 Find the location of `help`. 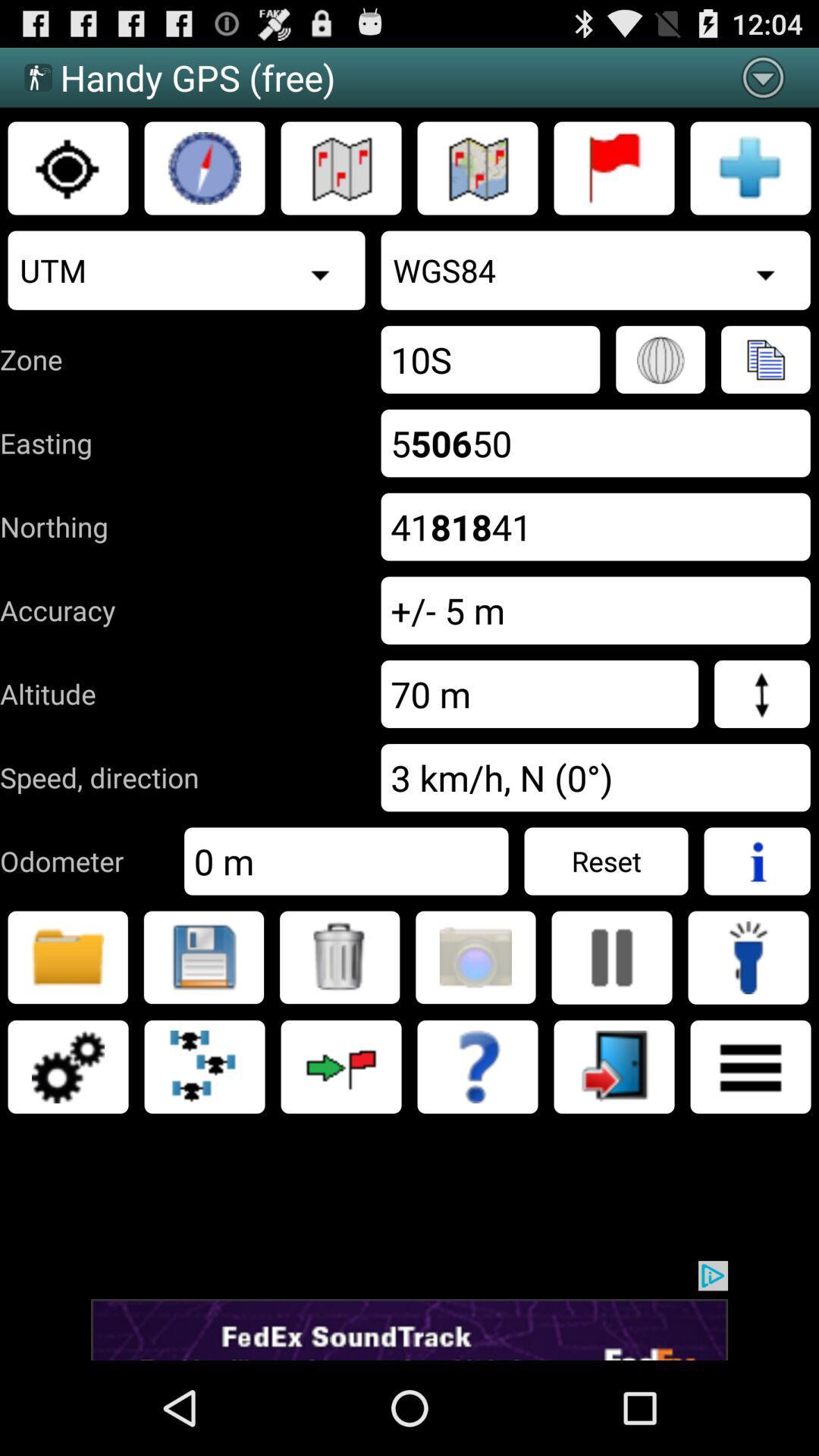

help is located at coordinates (476, 1065).